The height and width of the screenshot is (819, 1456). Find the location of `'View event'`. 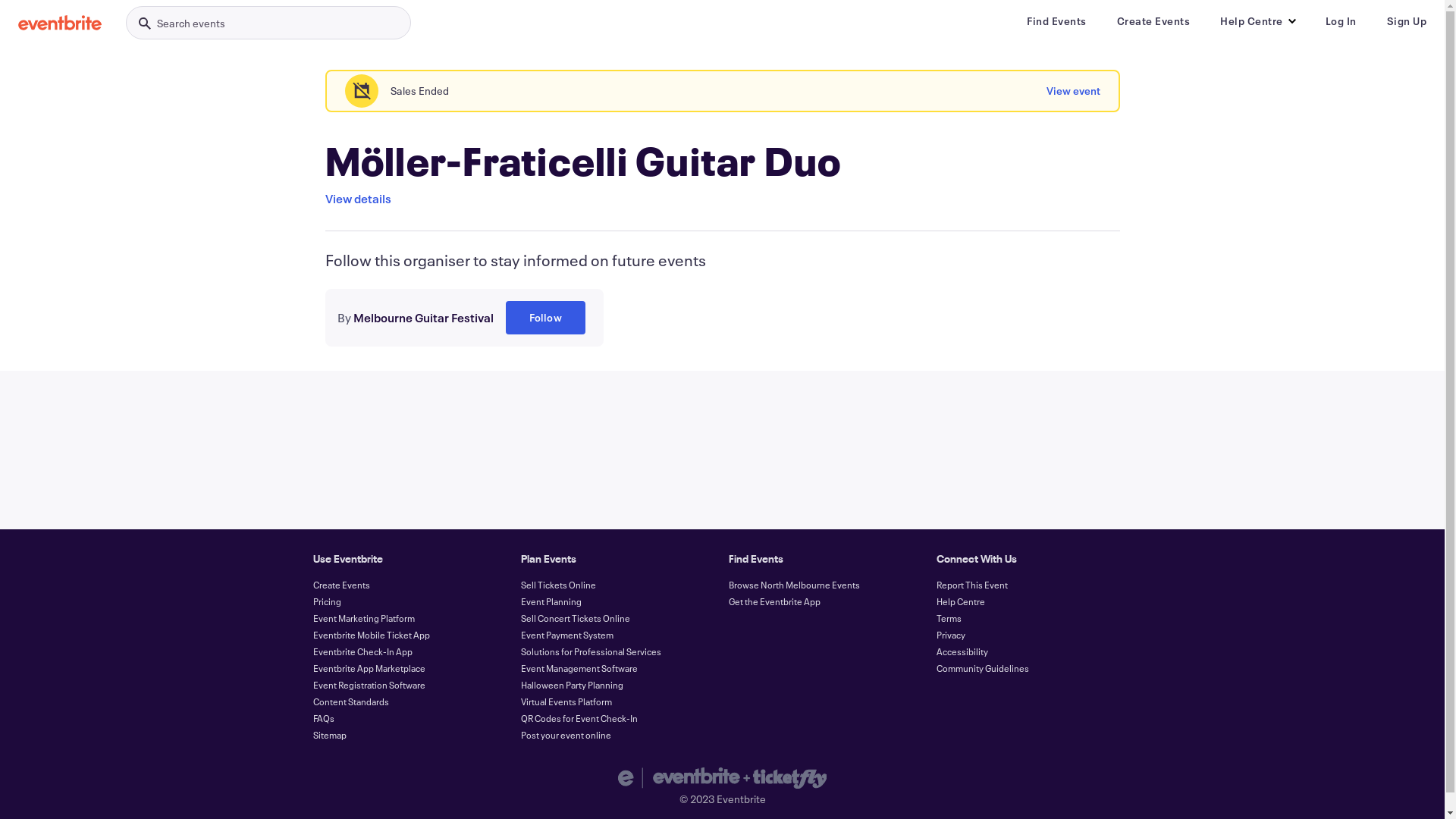

'View event' is located at coordinates (1072, 90).